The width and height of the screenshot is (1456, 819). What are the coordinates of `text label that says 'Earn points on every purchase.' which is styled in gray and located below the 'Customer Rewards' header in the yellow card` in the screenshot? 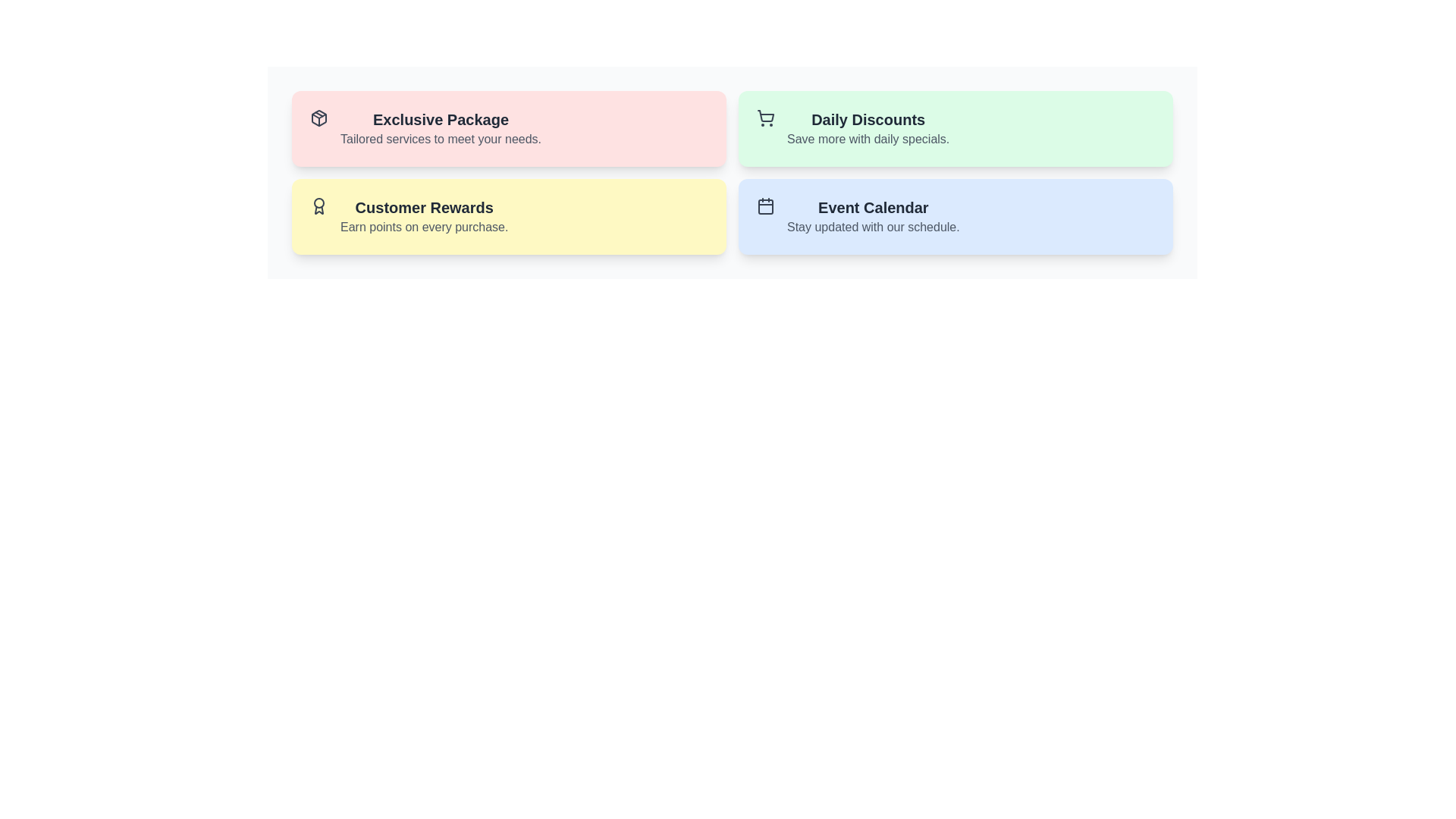 It's located at (424, 227).